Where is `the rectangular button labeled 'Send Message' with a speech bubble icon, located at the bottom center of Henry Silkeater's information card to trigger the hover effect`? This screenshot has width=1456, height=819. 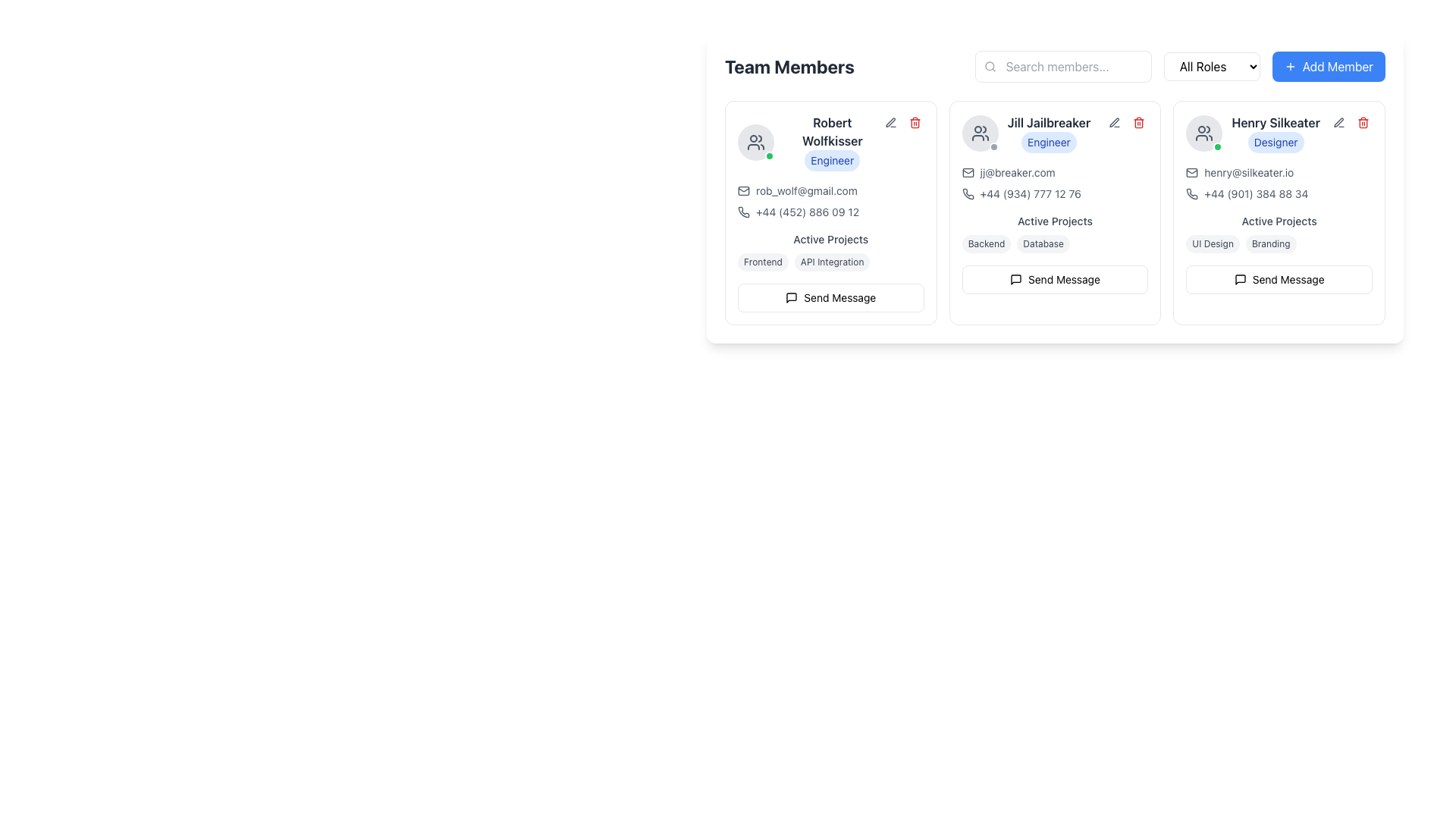
the rectangular button labeled 'Send Message' with a speech bubble icon, located at the bottom center of Henry Silkeater's information card to trigger the hover effect is located at coordinates (1279, 280).